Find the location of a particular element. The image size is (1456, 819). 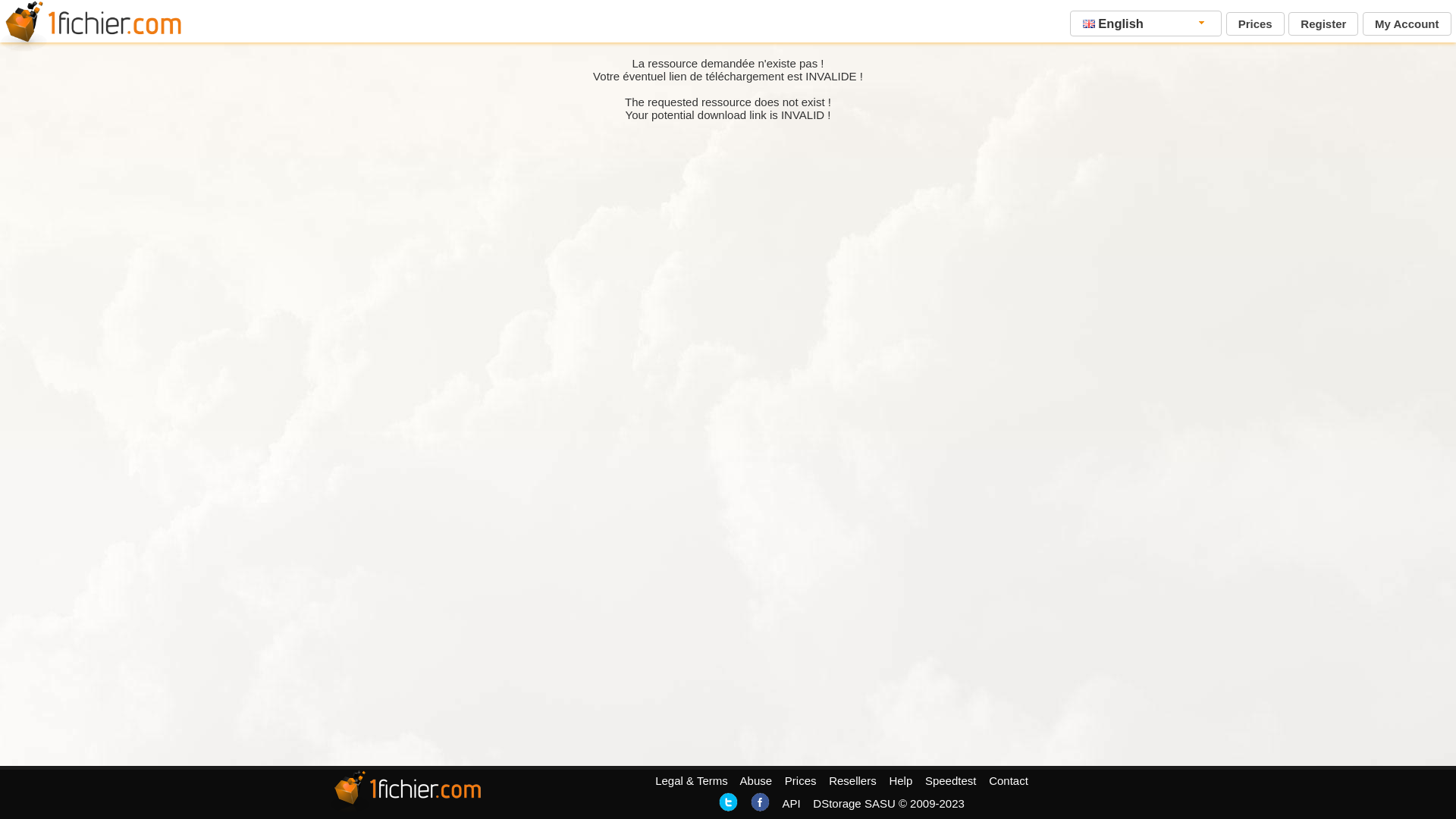

'Abuse' is located at coordinates (739, 780).